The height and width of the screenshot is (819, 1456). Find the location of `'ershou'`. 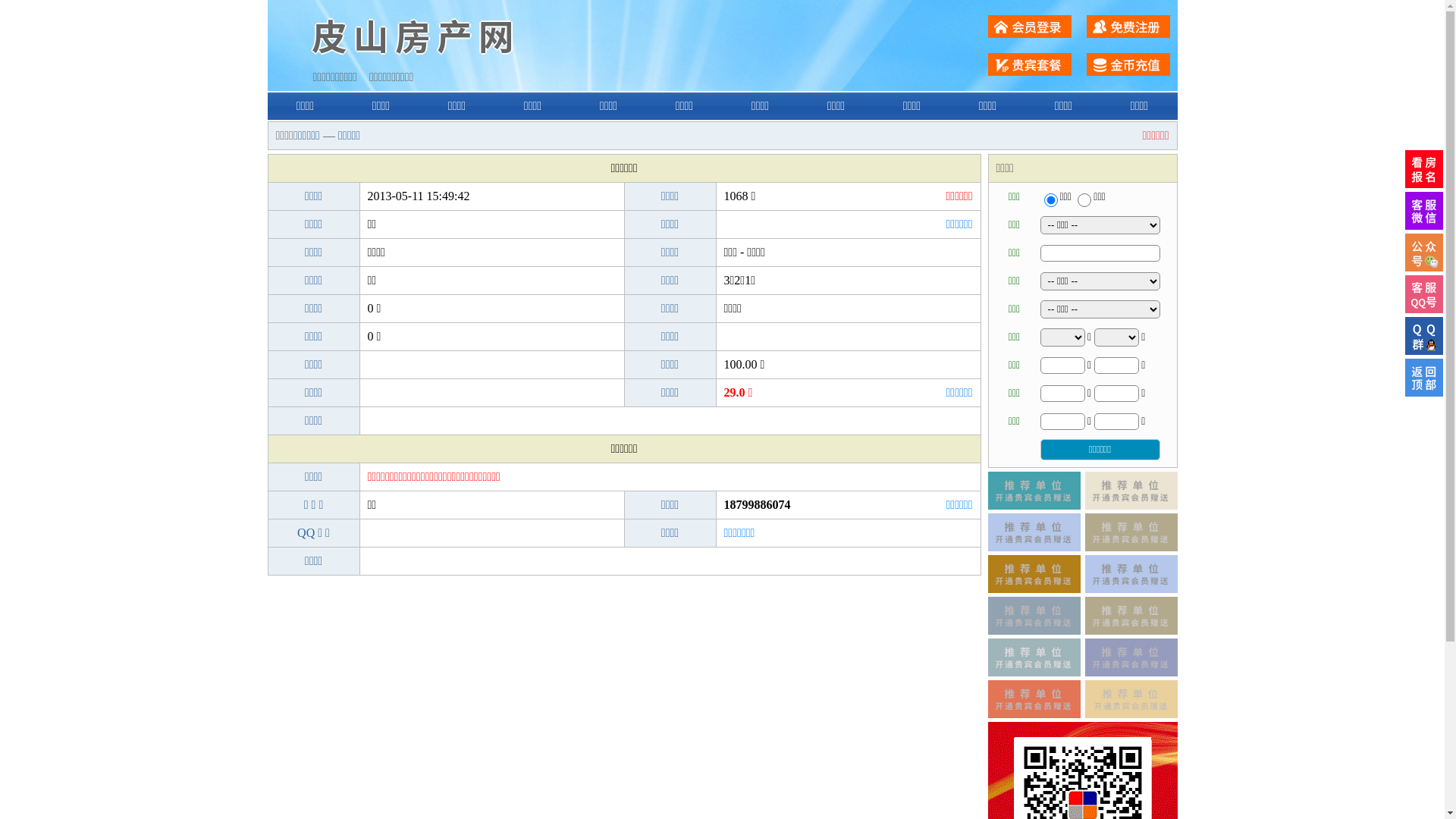

'ershou' is located at coordinates (1050, 199).